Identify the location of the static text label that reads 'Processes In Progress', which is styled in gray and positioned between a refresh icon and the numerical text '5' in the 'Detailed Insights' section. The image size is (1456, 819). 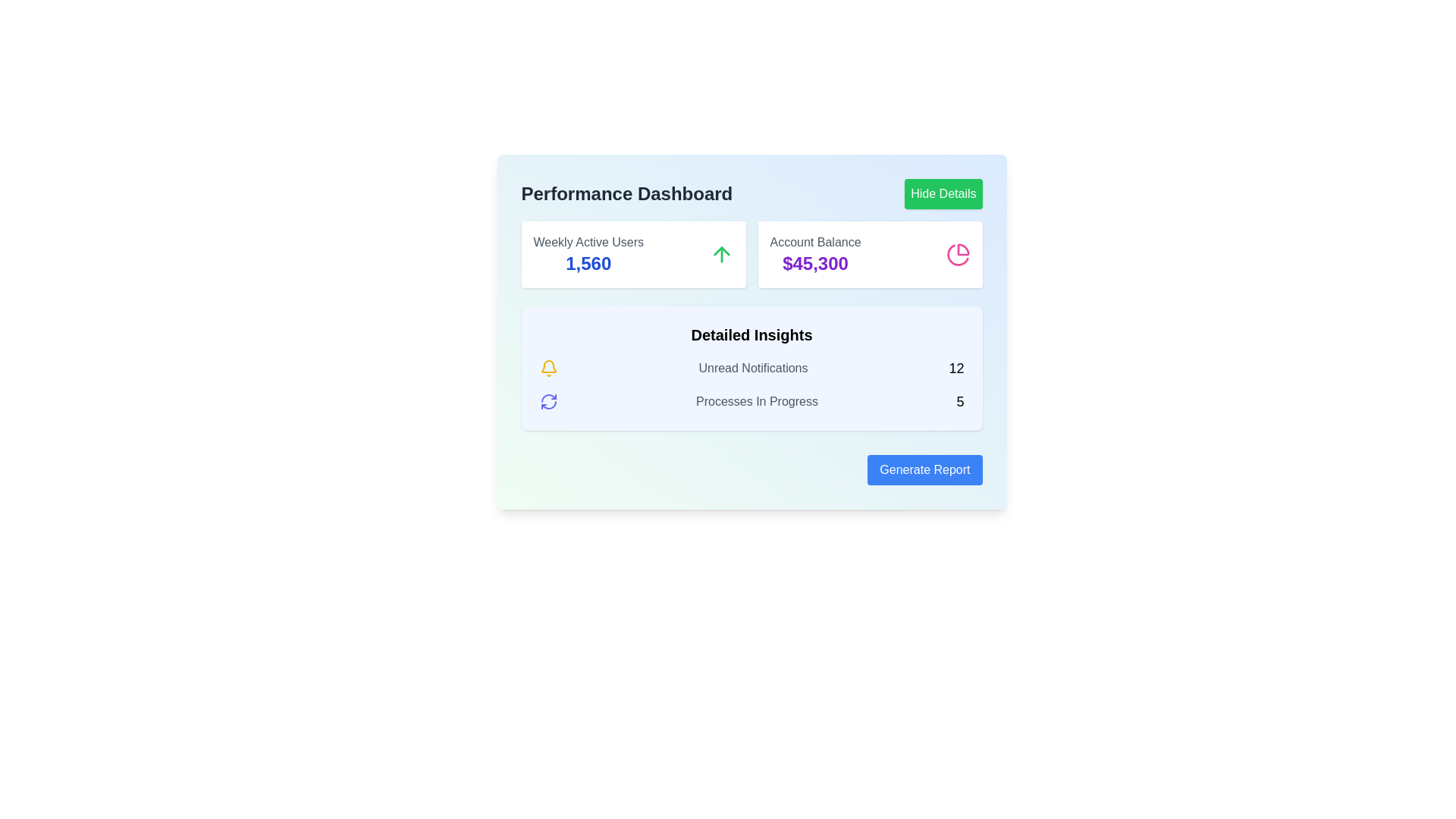
(757, 400).